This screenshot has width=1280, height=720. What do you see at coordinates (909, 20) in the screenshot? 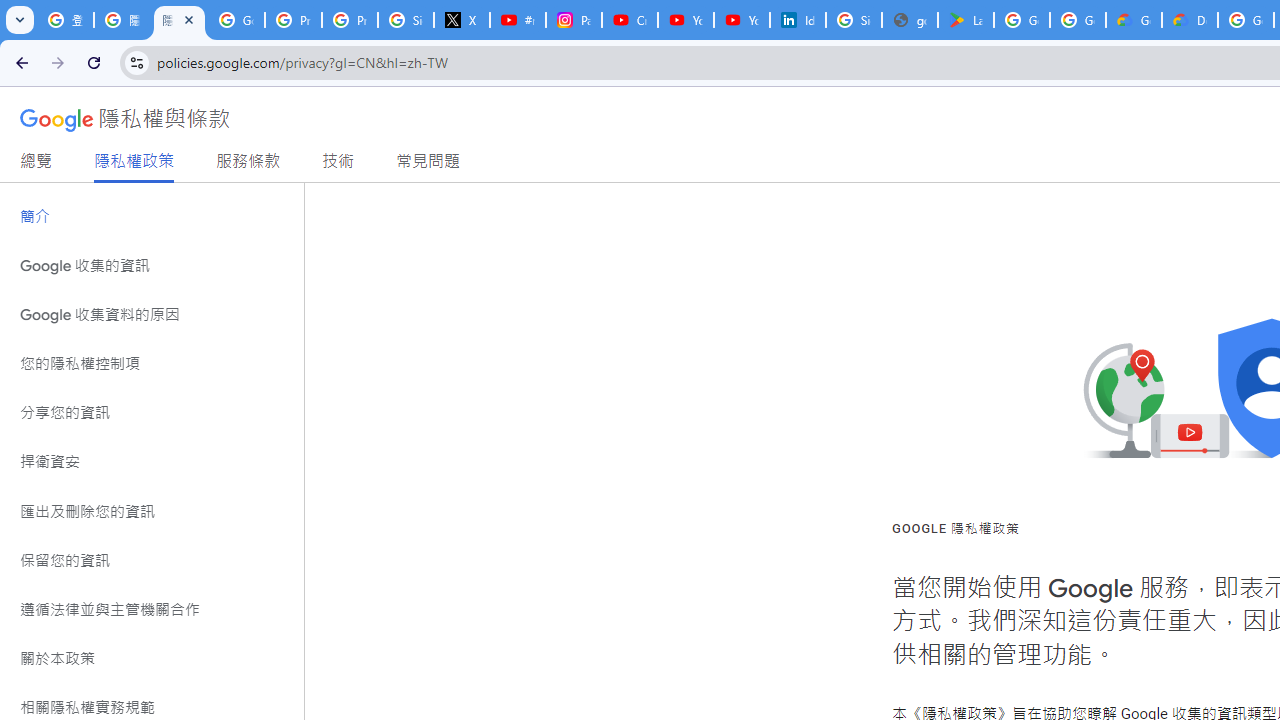
I see `'google_privacy_policy_en.pdf'` at bounding box center [909, 20].